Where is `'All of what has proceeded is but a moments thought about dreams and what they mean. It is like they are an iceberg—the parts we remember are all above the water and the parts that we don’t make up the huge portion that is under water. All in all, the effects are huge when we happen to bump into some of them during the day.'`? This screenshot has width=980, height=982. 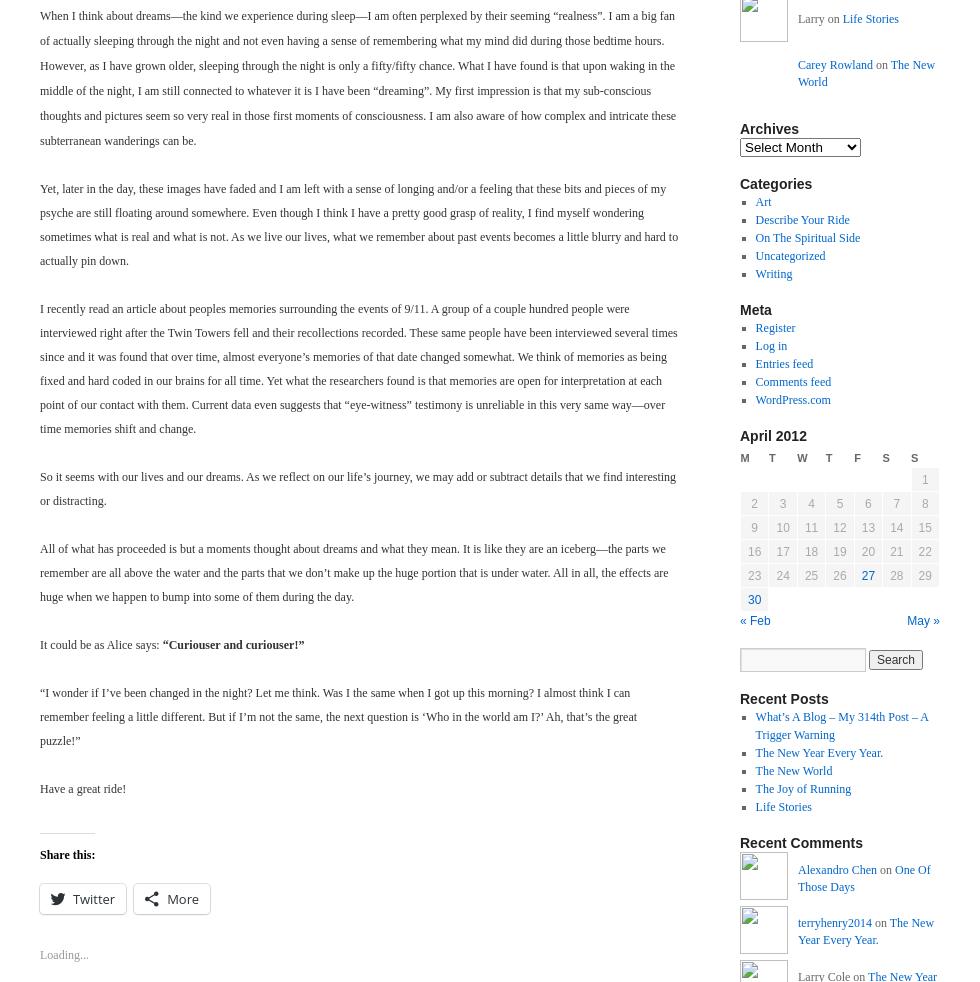 'All of what has proceeded is but a moments thought about dreams and what they mean. It is like they are an iceberg—the parts we remember are all above the water and the parts that we don’t make up the huge portion that is under water. All in all, the effects are huge when we happen to bump into some of them during the day.' is located at coordinates (353, 571).